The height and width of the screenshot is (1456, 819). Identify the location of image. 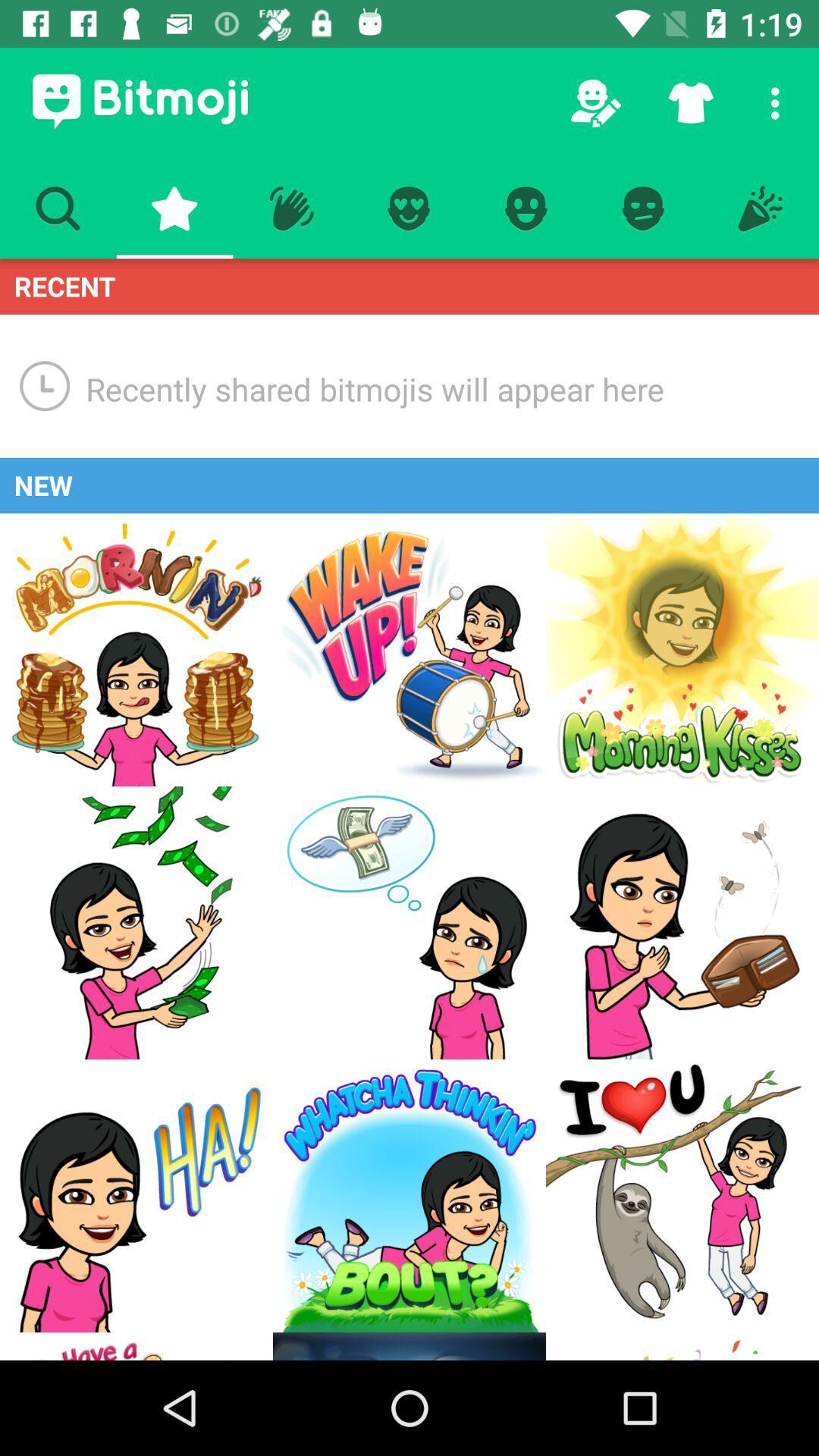
(409, 922).